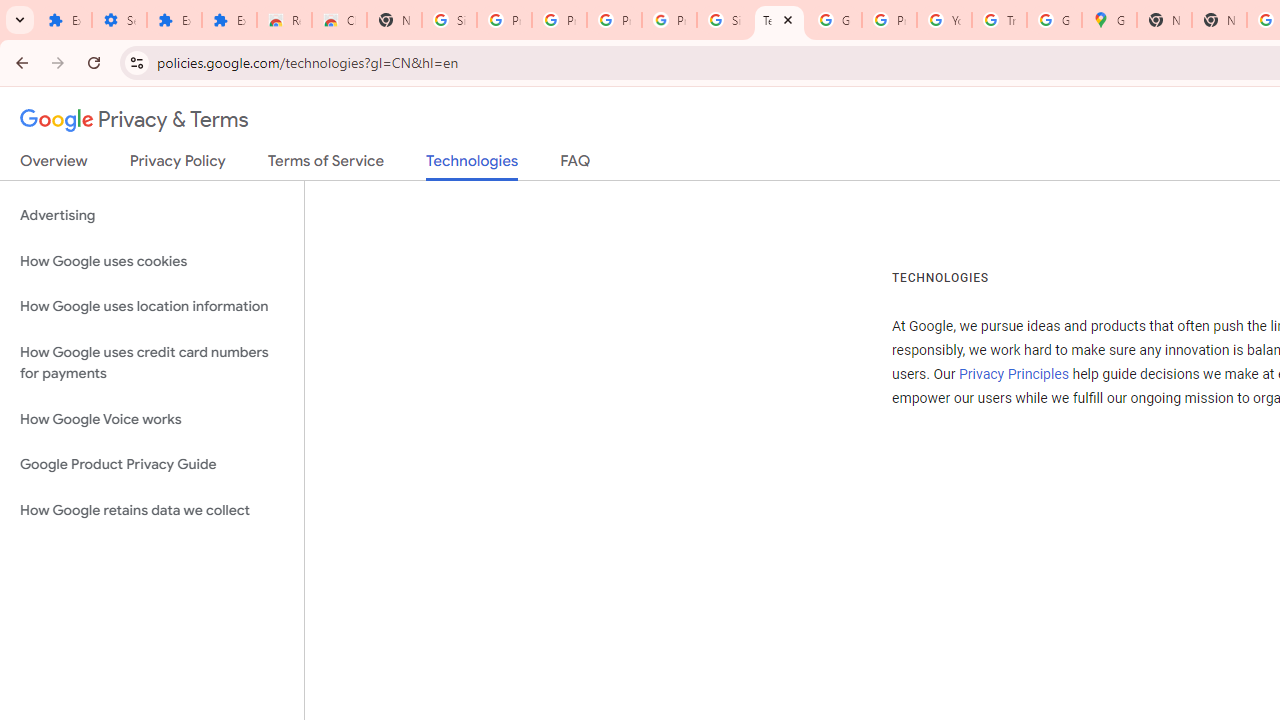  Describe the element at coordinates (118, 20) in the screenshot. I see `'Settings'` at that location.